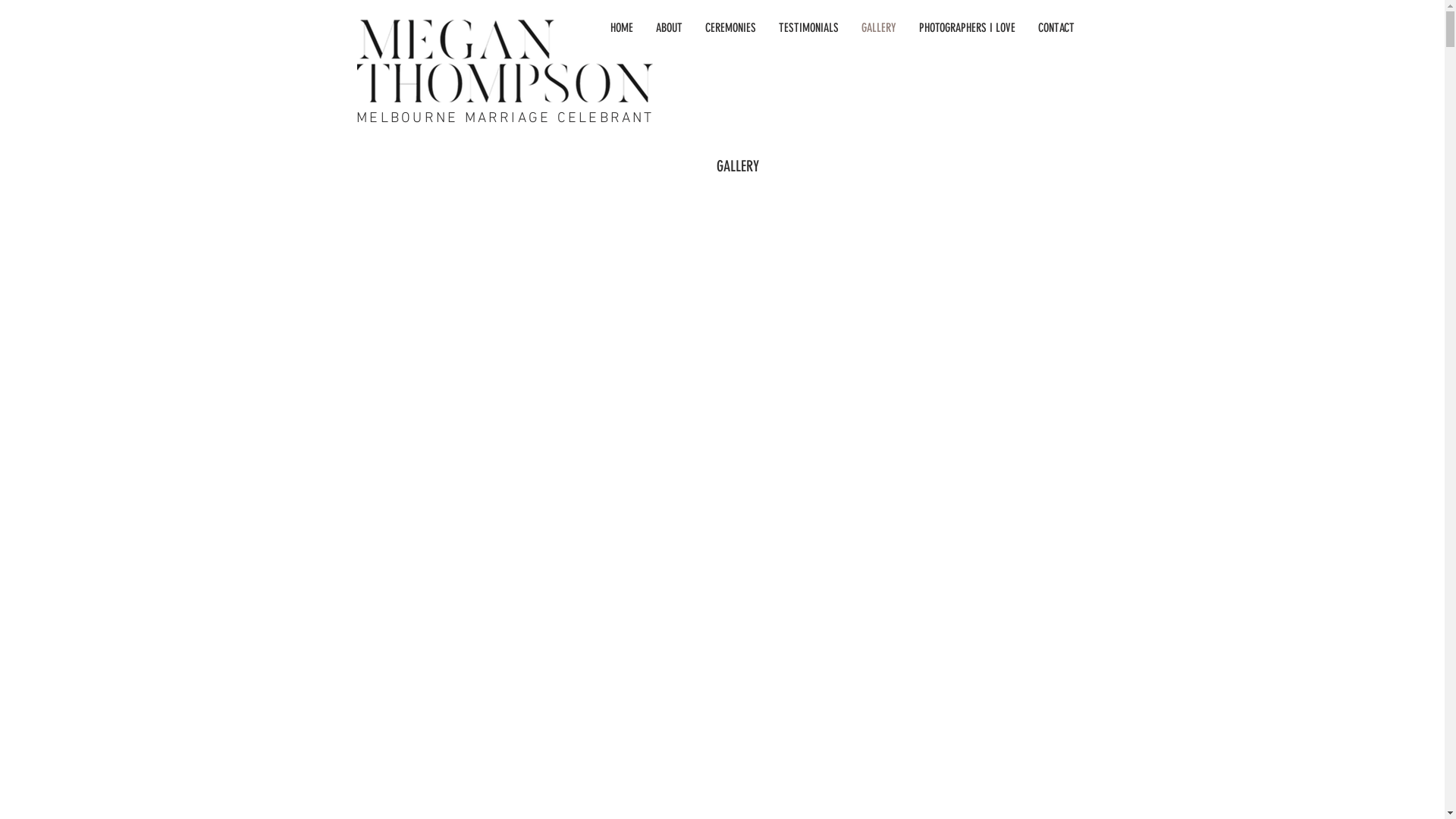 The image size is (1456, 819). What do you see at coordinates (730, 30) in the screenshot?
I see `'CEREMONIES'` at bounding box center [730, 30].